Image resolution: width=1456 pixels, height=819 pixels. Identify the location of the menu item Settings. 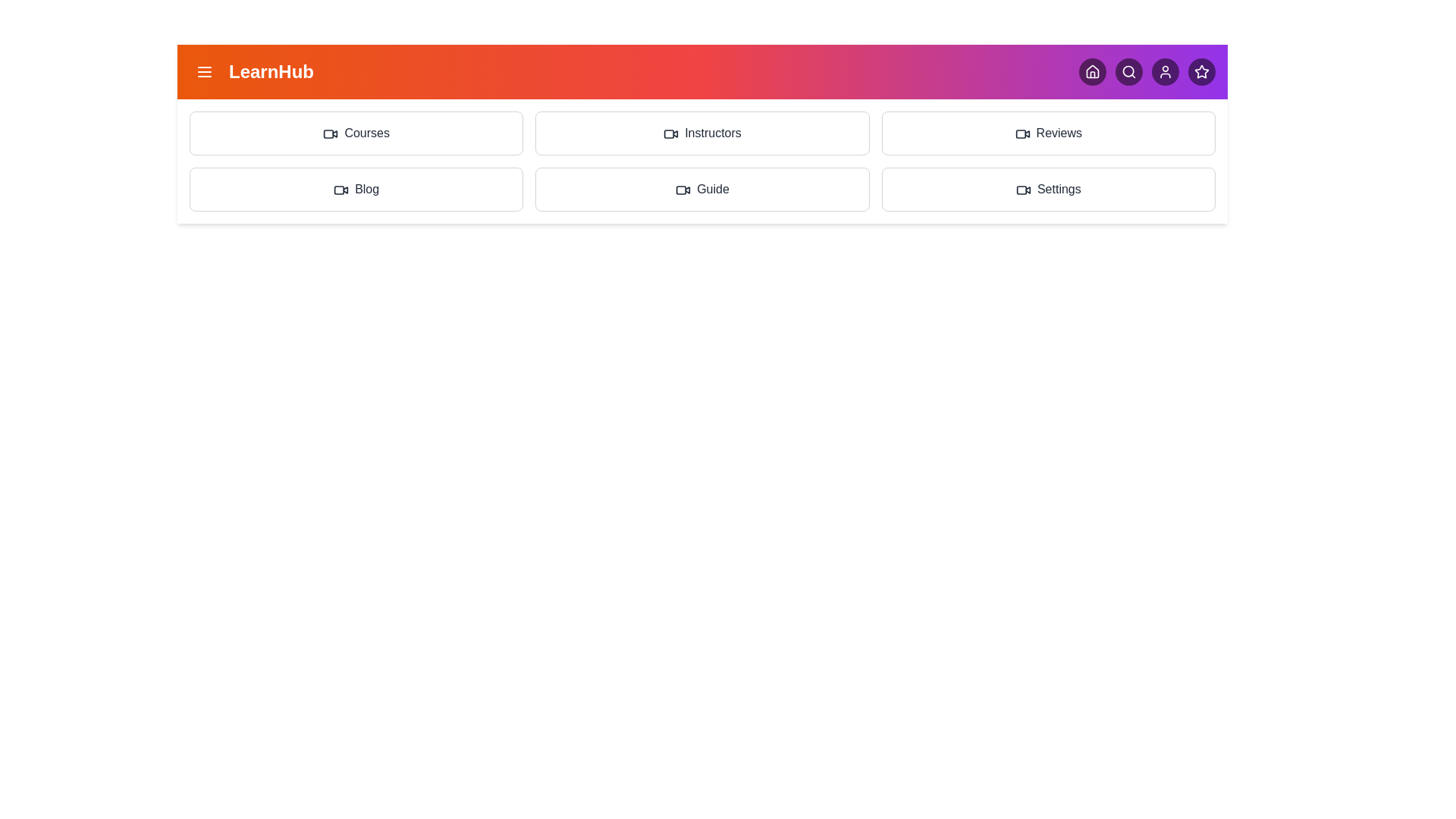
(1047, 189).